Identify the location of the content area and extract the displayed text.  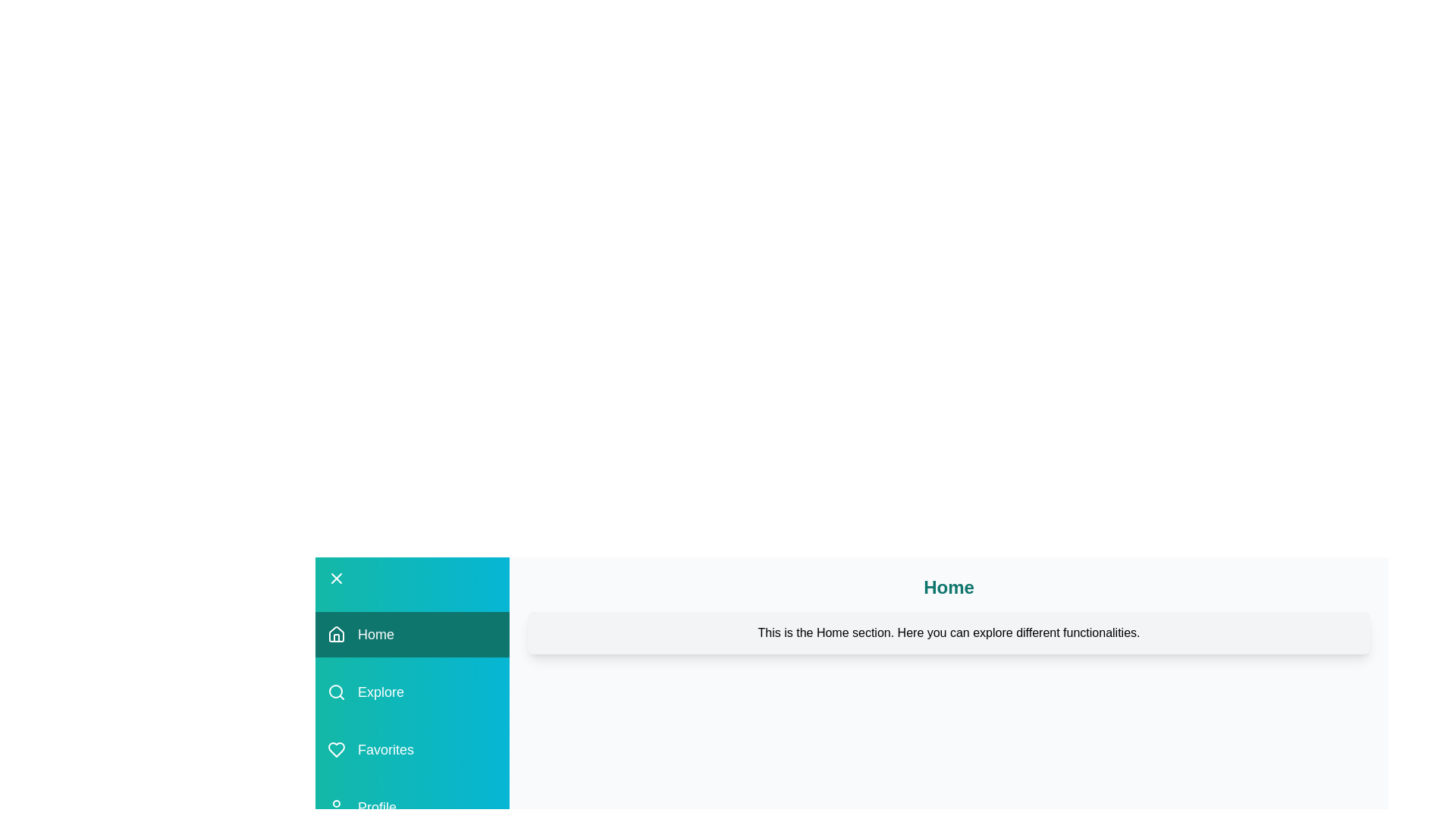
(528, 610).